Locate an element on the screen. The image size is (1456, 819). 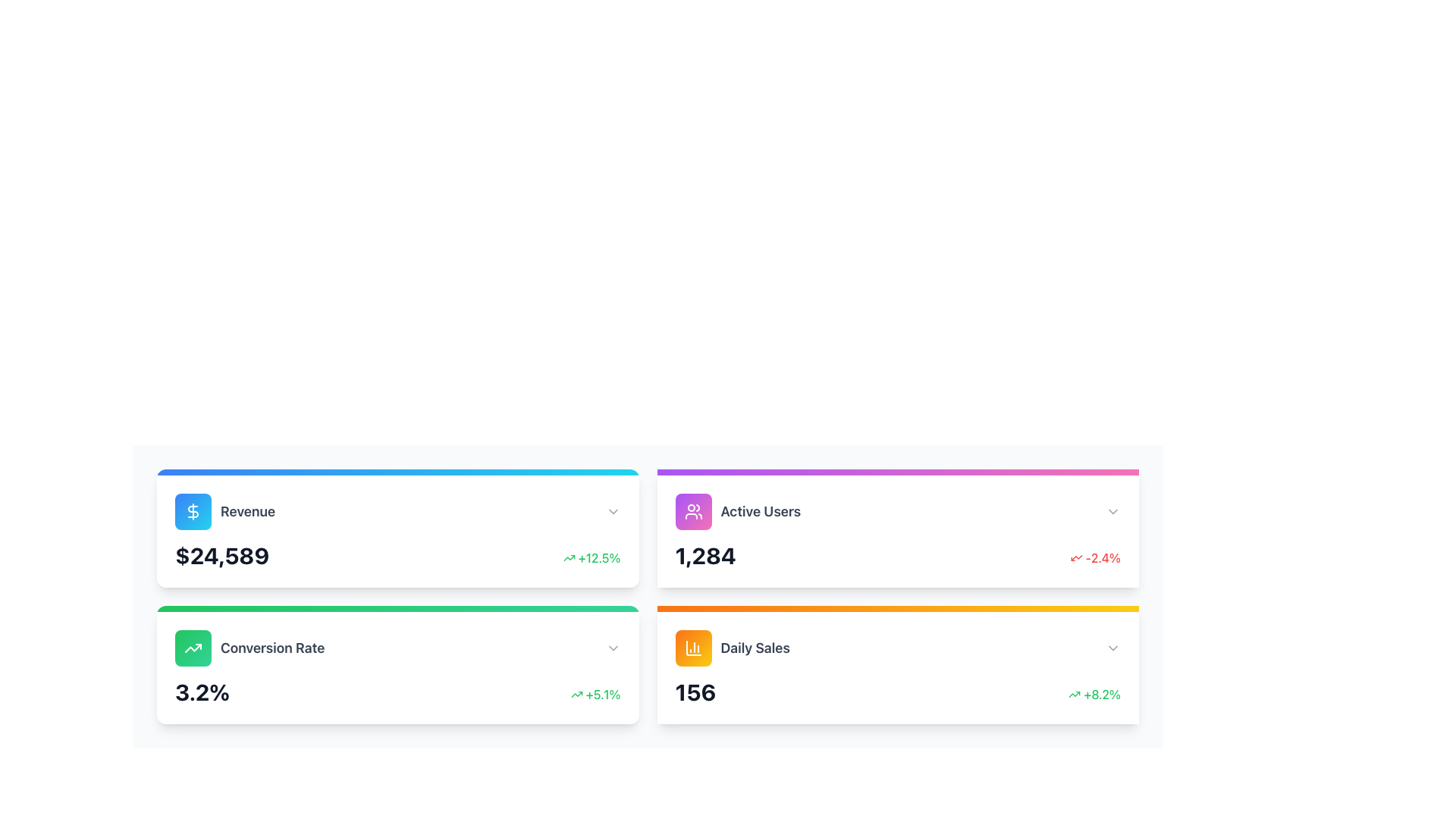
displayed information on the 'Daily Sales' dashboard card located in the bottom-right quadrant of the grid, which summarizes key performance statistics is located at coordinates (898, 667).